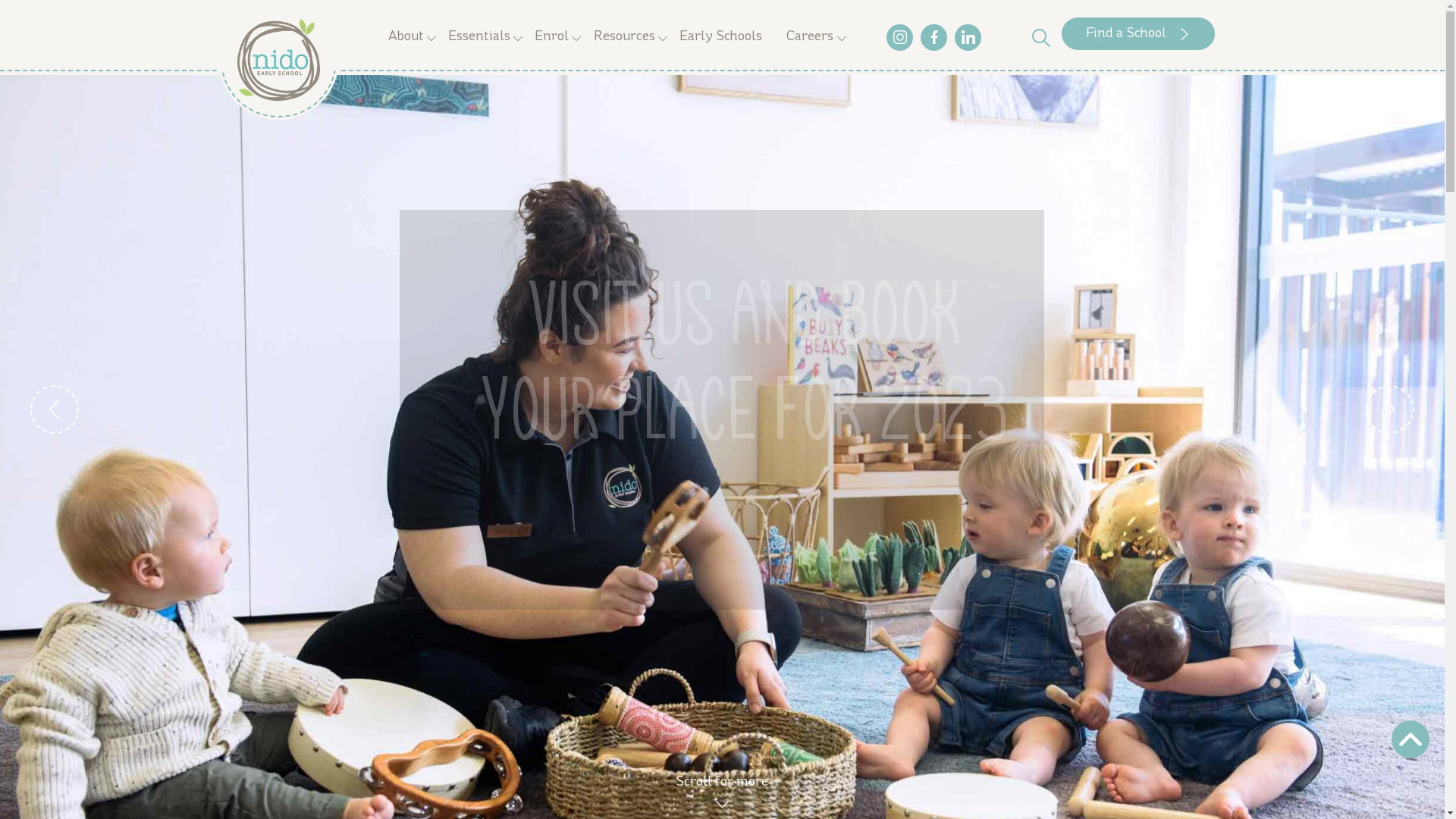 Image resolution: width=1456 pixels, height=819 pixels. What do you see at coordinates (809, 36) in the screenshot?
I see `'Careers'` at bounding box center [809, 36].